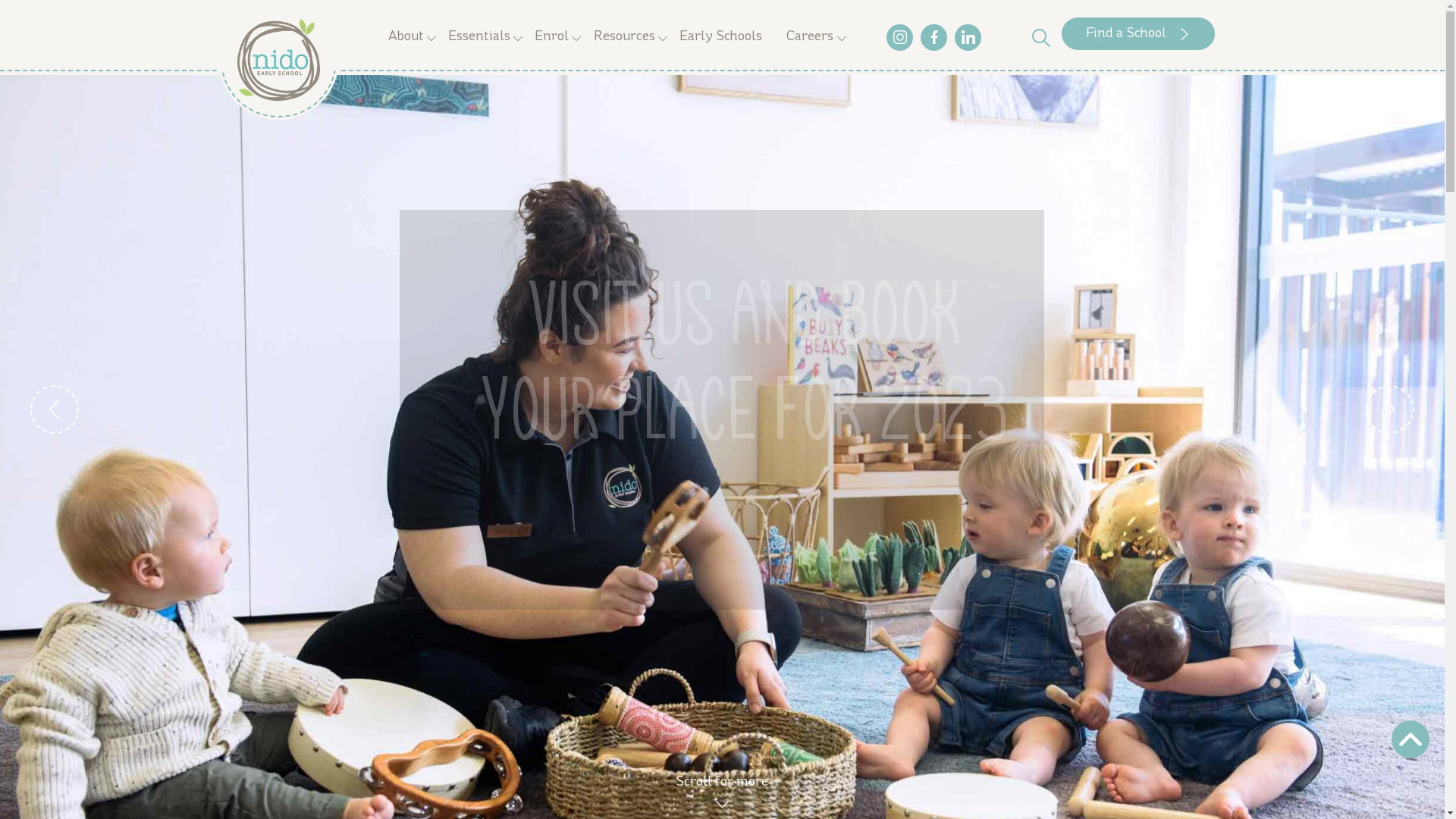 Image resolution: width=1456 pixels, height=819 pixels. What do you see at coordinates (809, 36) in the screenshot?
I see `'Careers'` at bounding box center [809, 36].